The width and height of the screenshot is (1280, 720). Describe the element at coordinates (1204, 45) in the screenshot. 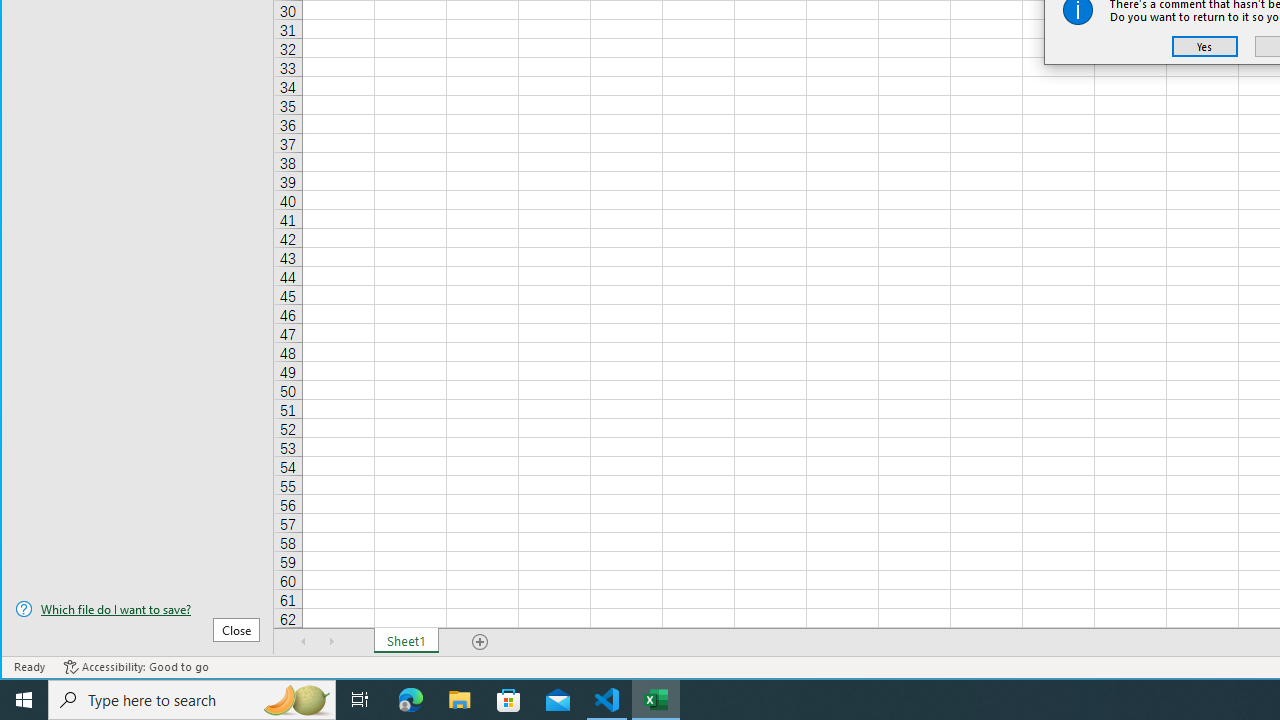

I see `'Yes'` at that location.